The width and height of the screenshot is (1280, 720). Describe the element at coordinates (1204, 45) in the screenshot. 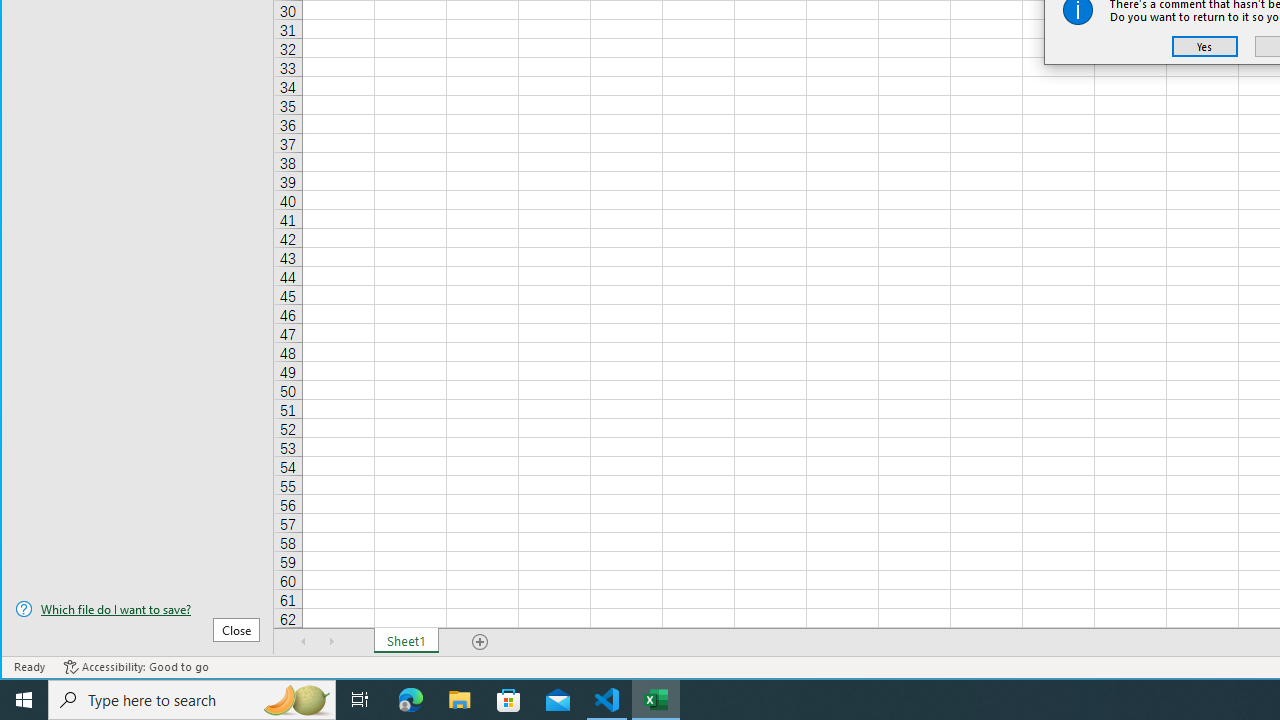

I see `'Yes'` at that location.